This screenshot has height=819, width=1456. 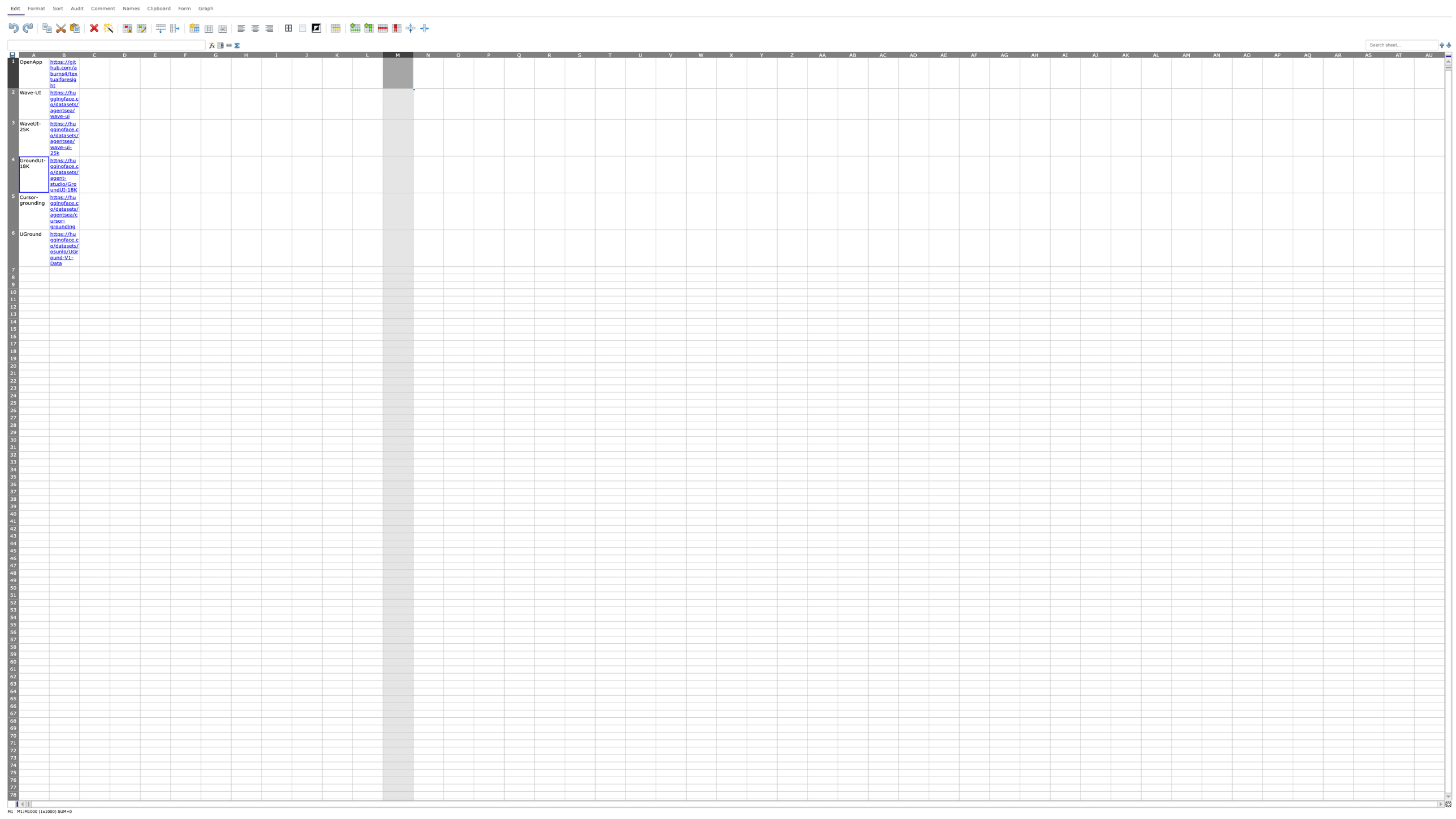 I want to click on column N, so click(x=428, y=54).